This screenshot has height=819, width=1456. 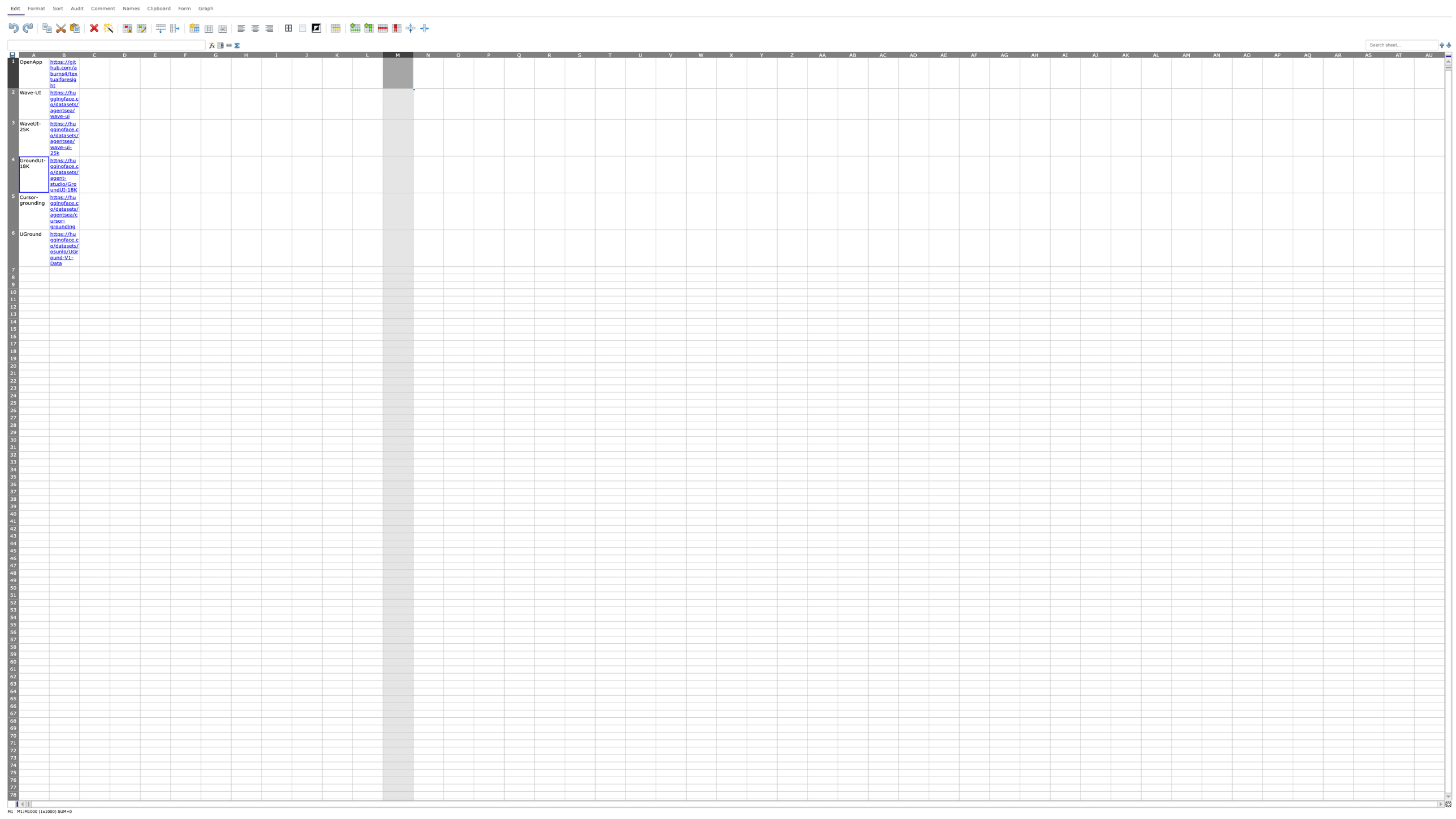 I want to click on column N, so click(x=428, y=54).